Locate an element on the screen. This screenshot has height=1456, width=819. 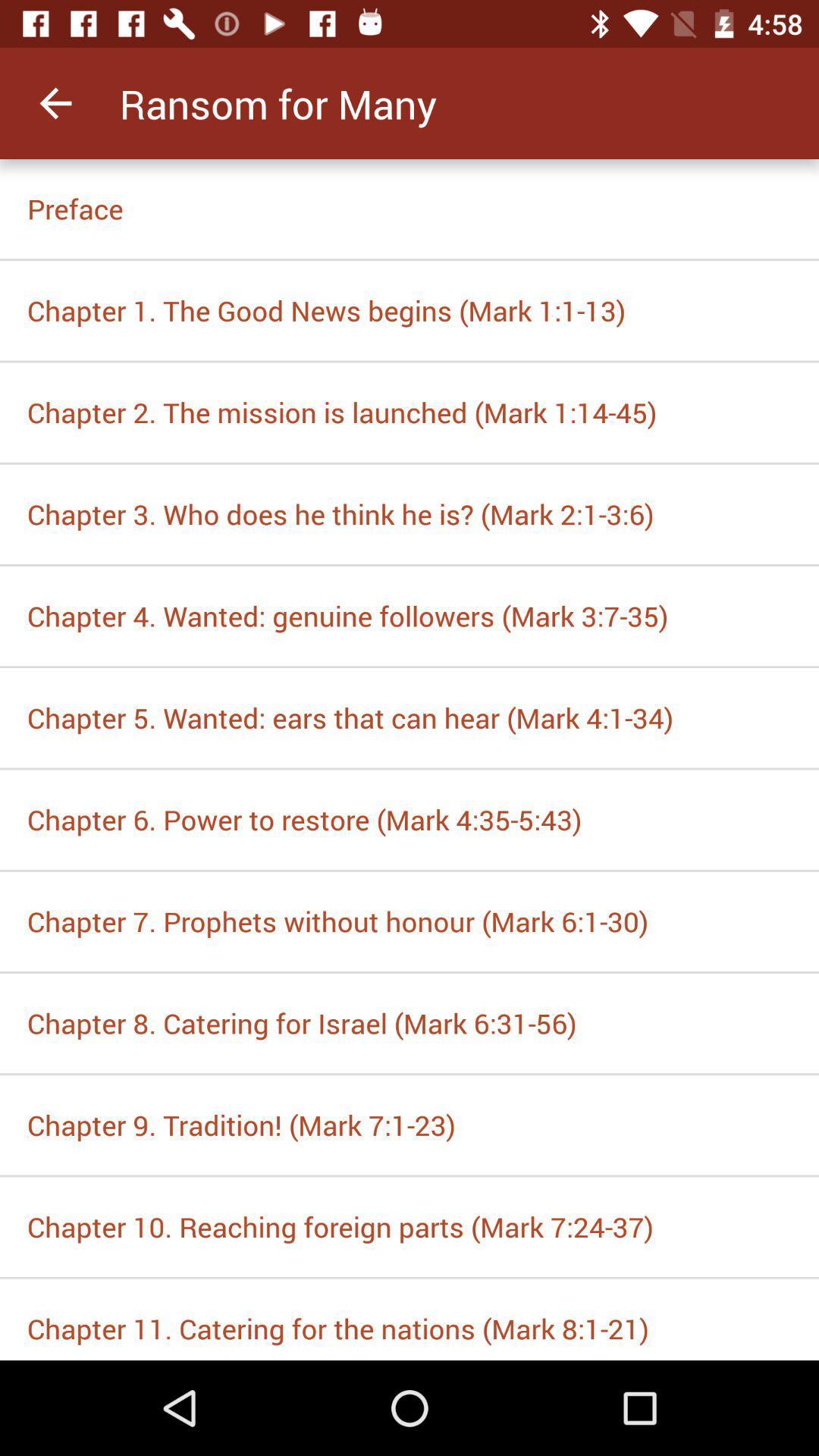
the item above preface is located at coordinates (55, 102).